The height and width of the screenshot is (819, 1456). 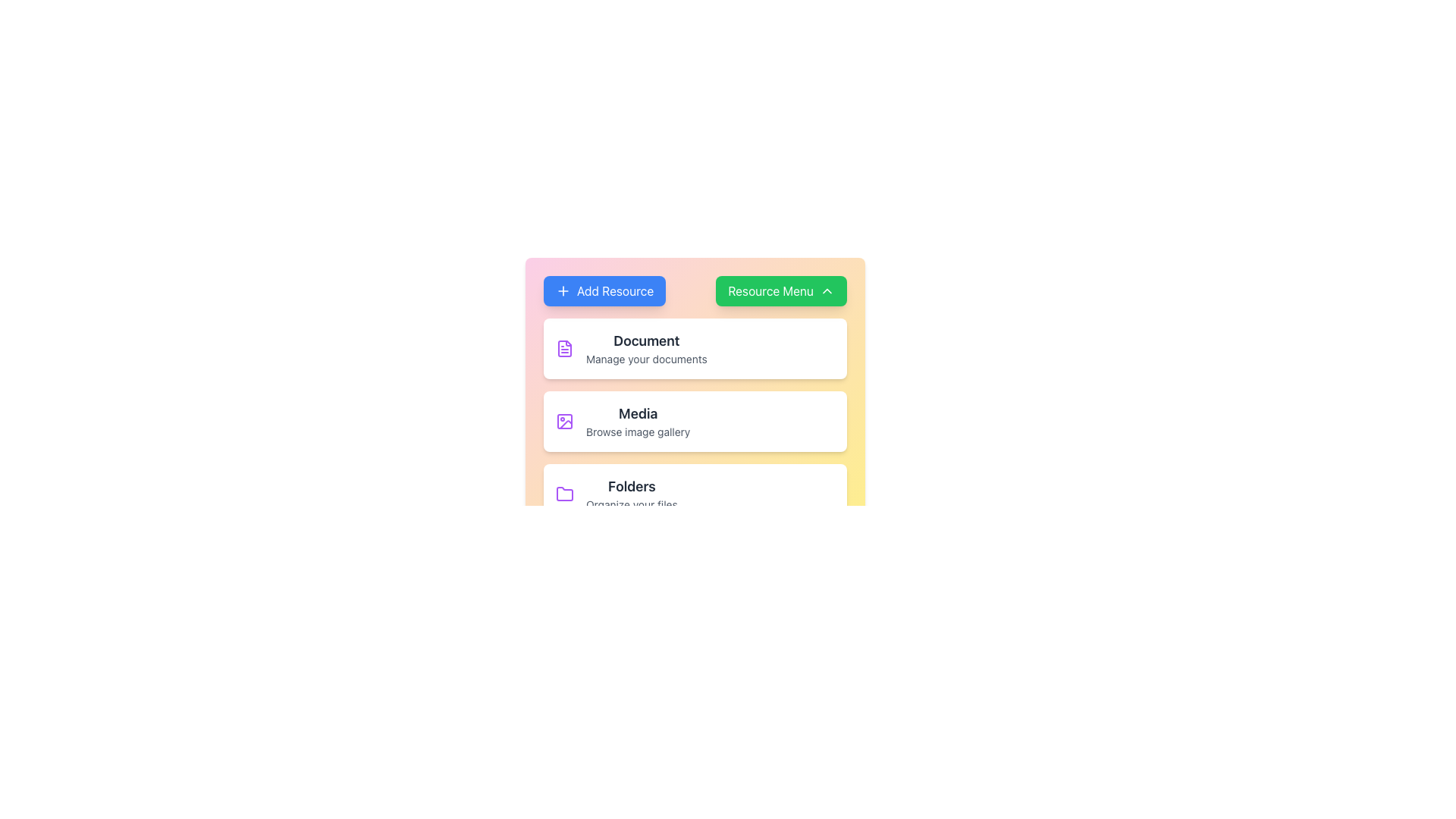 I want to click on the plus icon within the 'Add Resource' button, which is a minimalistic white cross on a blue background, positioned at the top-left corner of the interface, so click(x=563, y=291).